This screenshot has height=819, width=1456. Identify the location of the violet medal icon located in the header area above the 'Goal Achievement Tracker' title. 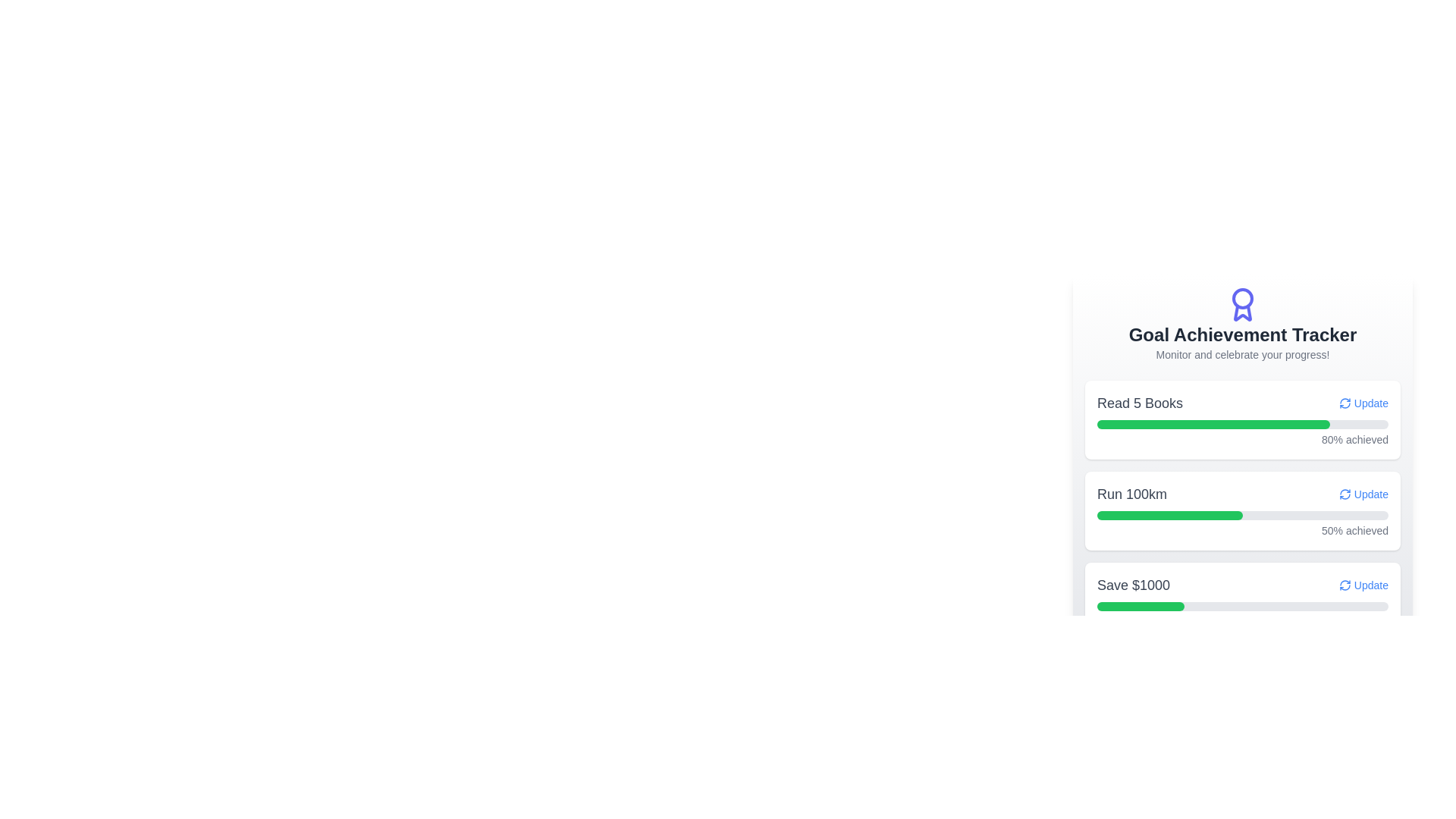
(1242, 304).